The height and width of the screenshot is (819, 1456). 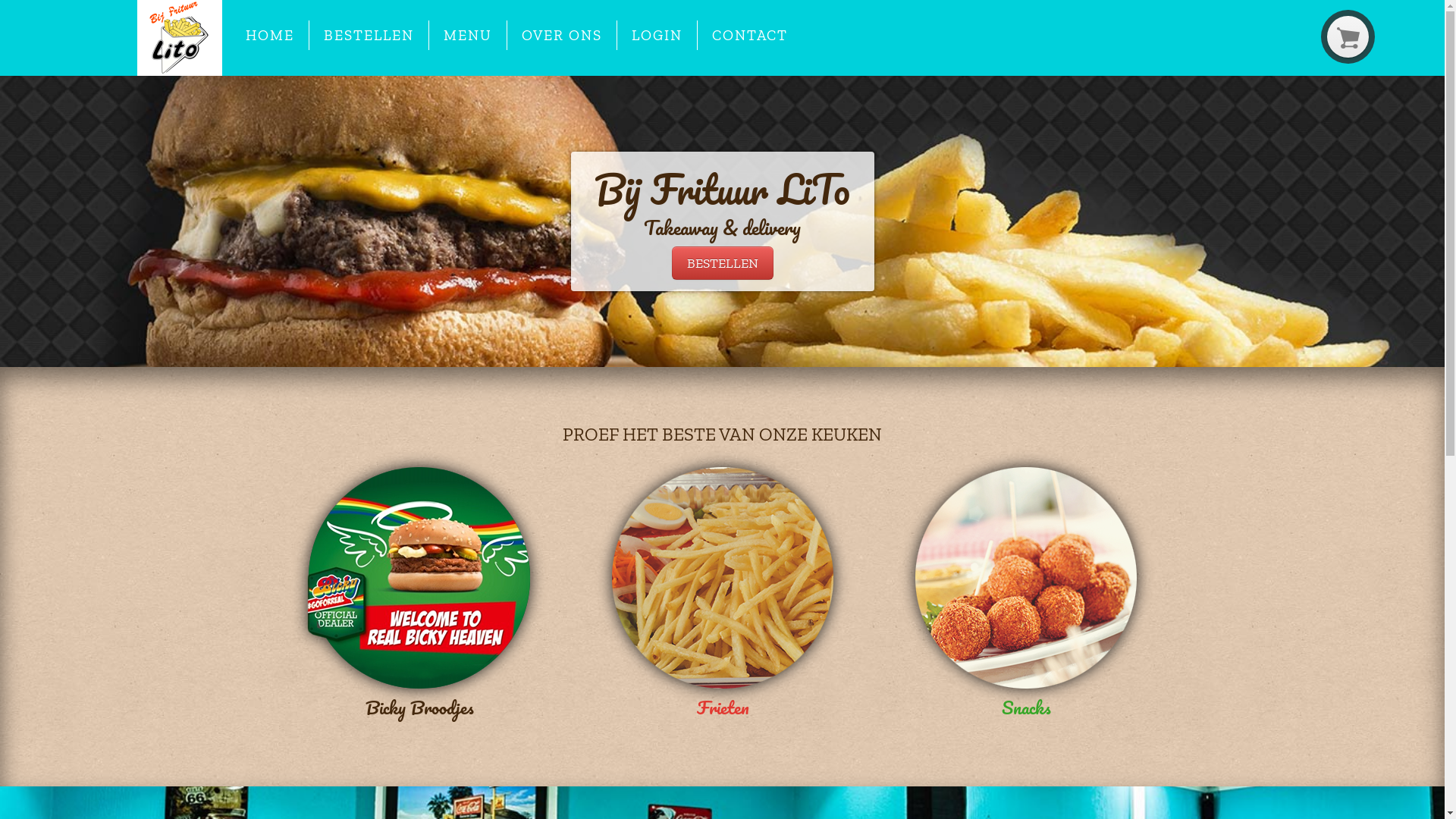 What do you see at coordinates (657, 34) in the screenshot?
I see `'LOGIN'` at bounding box center [657, 34].